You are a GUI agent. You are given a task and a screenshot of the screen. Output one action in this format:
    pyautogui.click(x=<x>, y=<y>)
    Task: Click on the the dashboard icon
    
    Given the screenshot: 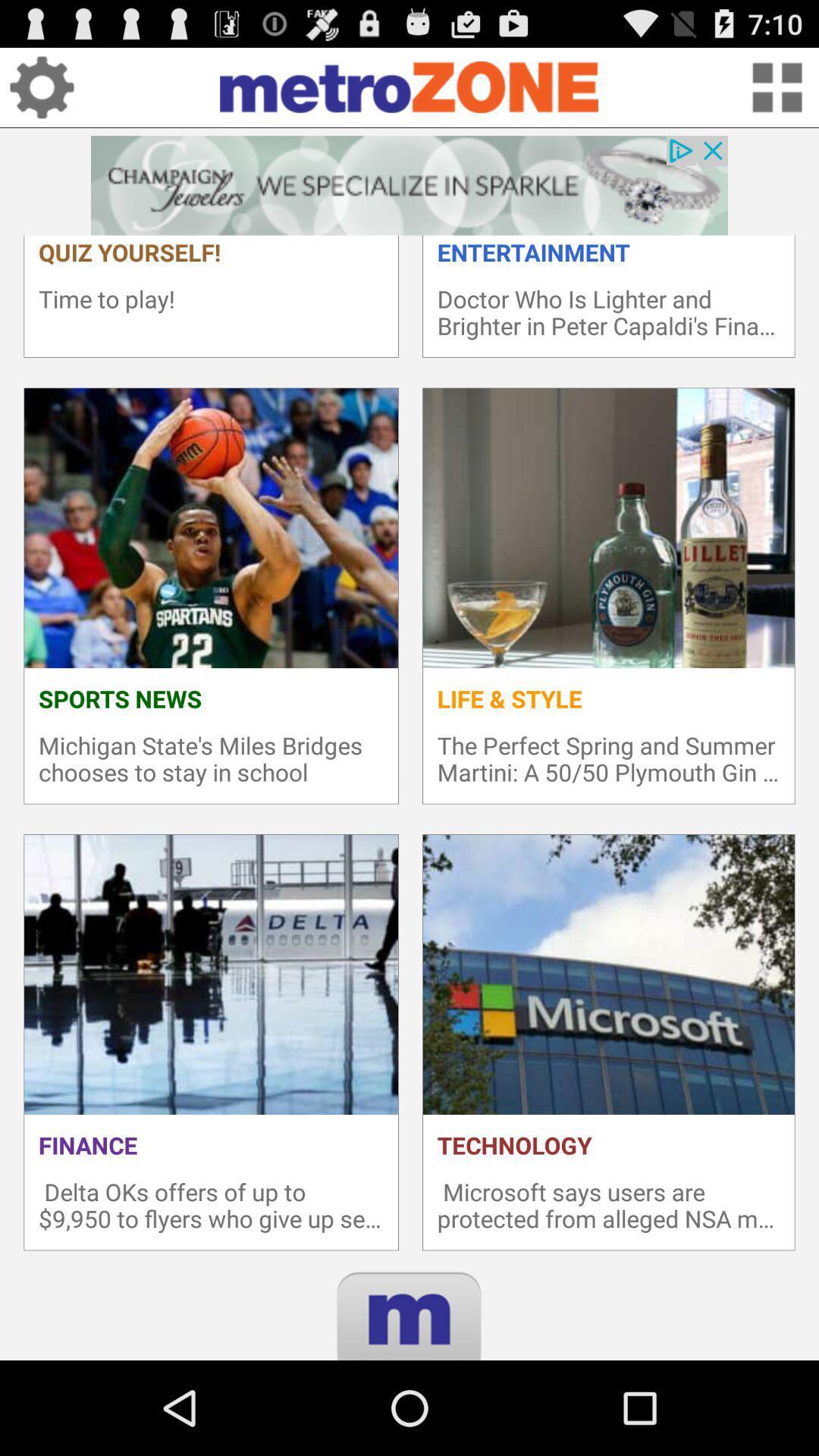 What is the action you would take?
    pyautogui.click(x=777, y=93)
    